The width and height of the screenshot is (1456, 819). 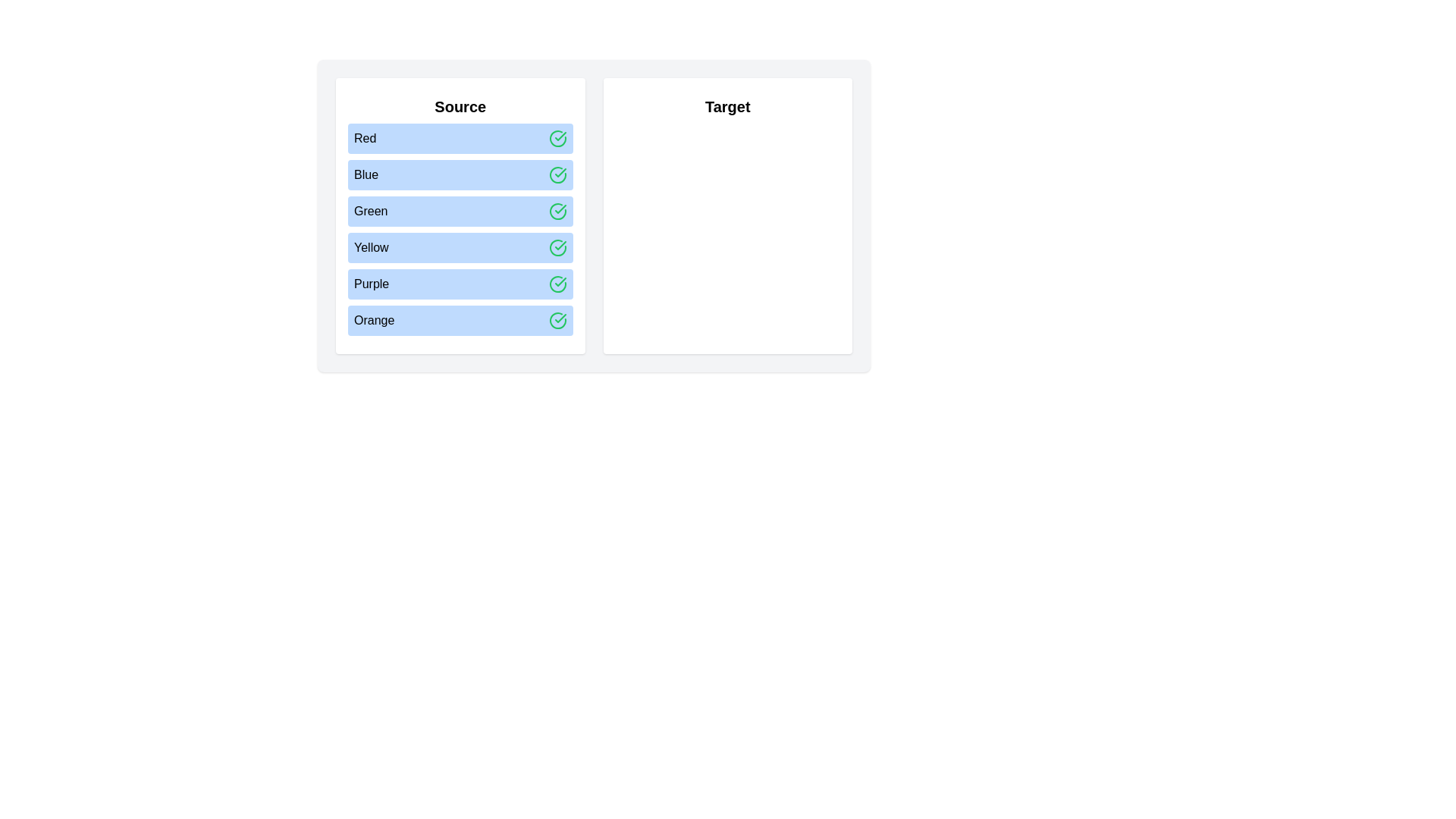 I want to click on green check icon next to the item Blue in the Source list to move it to the Target list, so click(x=557, y=174).